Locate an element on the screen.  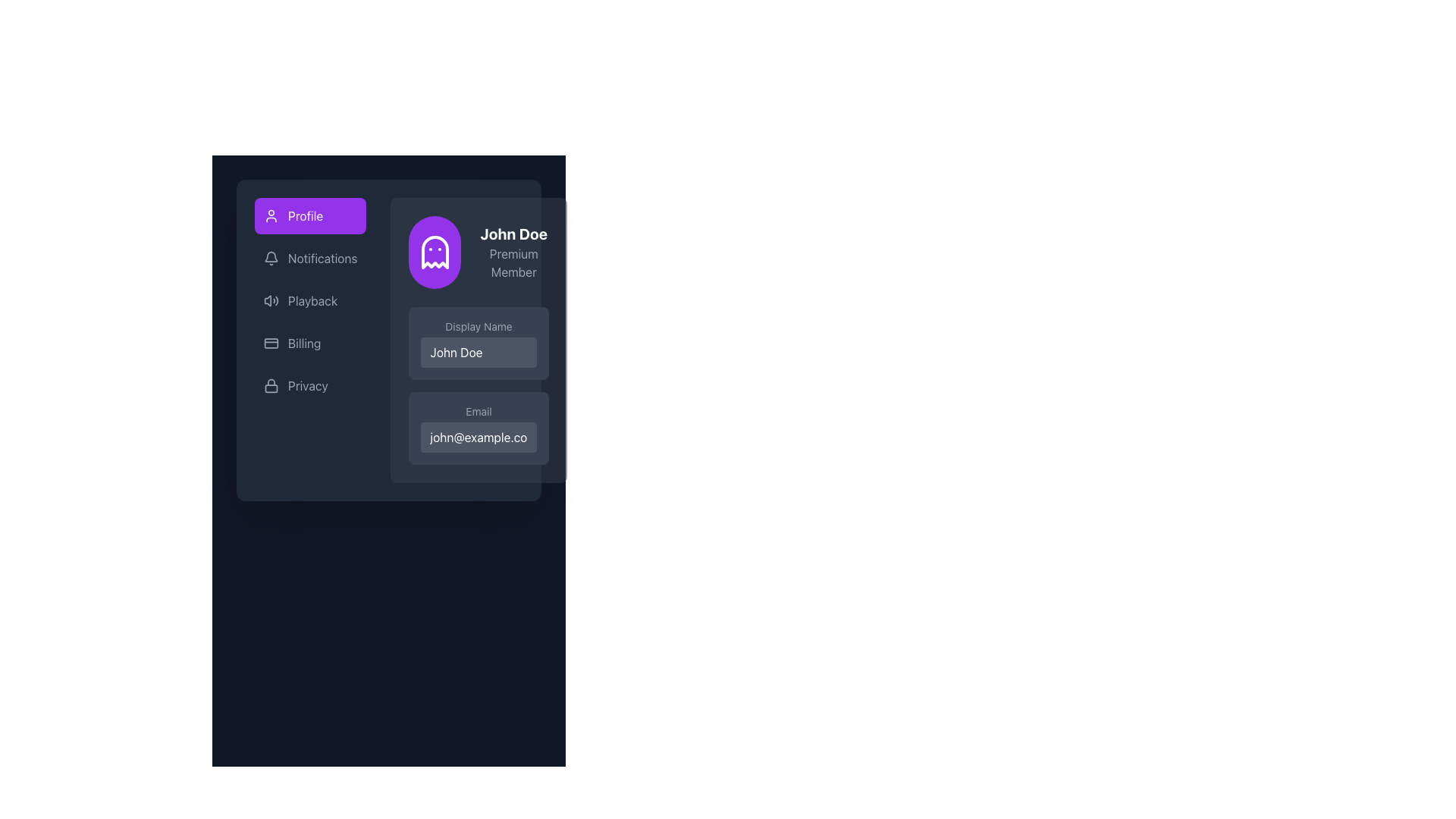
the decorative SVG icon representing the user's profile, located centrally within a purple circular background to the left of the text 'John Doe Premium Member' is located at coordinates (434, 251).